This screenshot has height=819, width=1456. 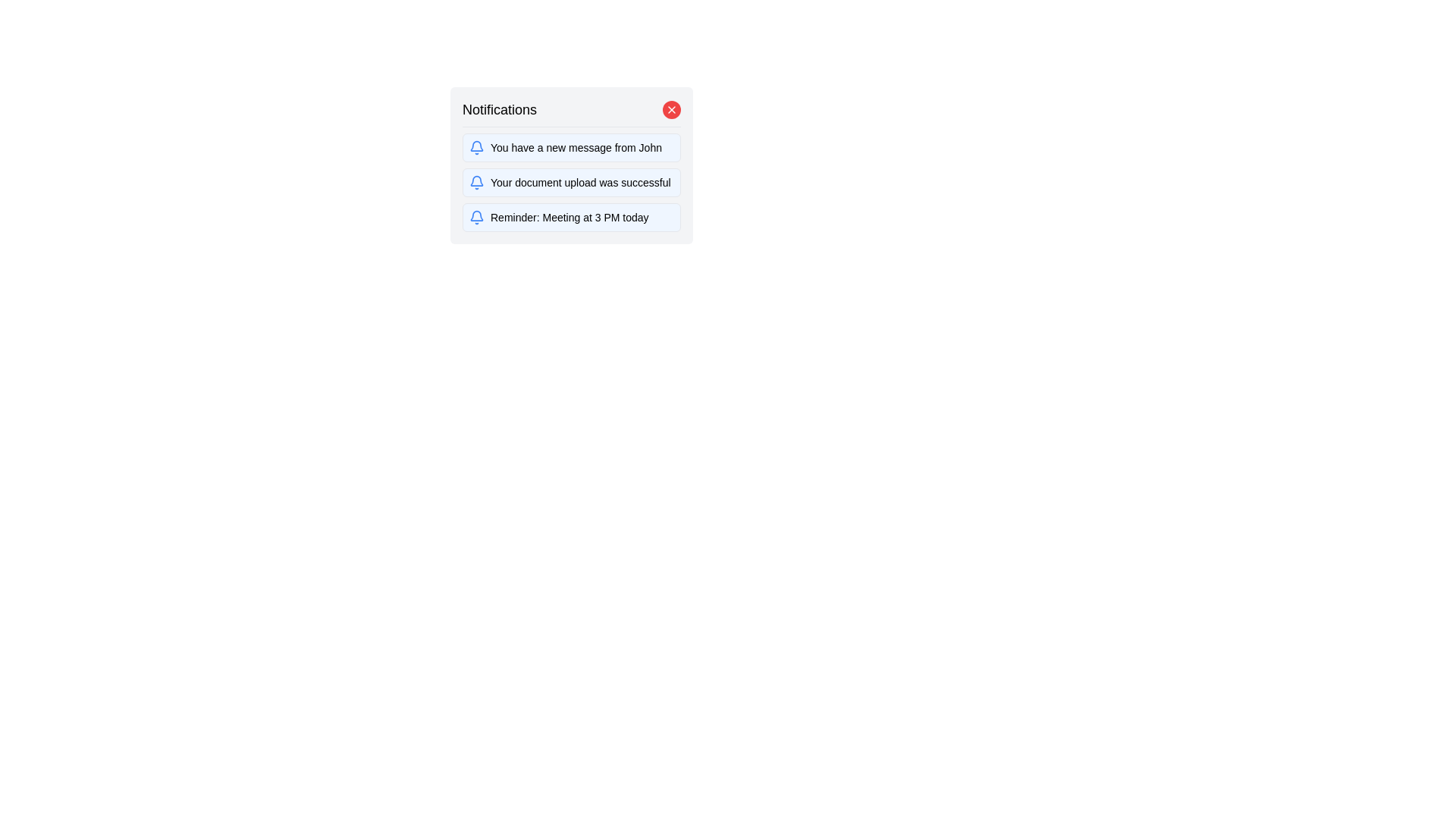 What do you see at coordinates (475, 181) in the screenshot?
I see `the blue notification bell icon, which is the leftmost element in the second notification item of the notification panel, indicating notification messages` at bounding box center [475, 181].